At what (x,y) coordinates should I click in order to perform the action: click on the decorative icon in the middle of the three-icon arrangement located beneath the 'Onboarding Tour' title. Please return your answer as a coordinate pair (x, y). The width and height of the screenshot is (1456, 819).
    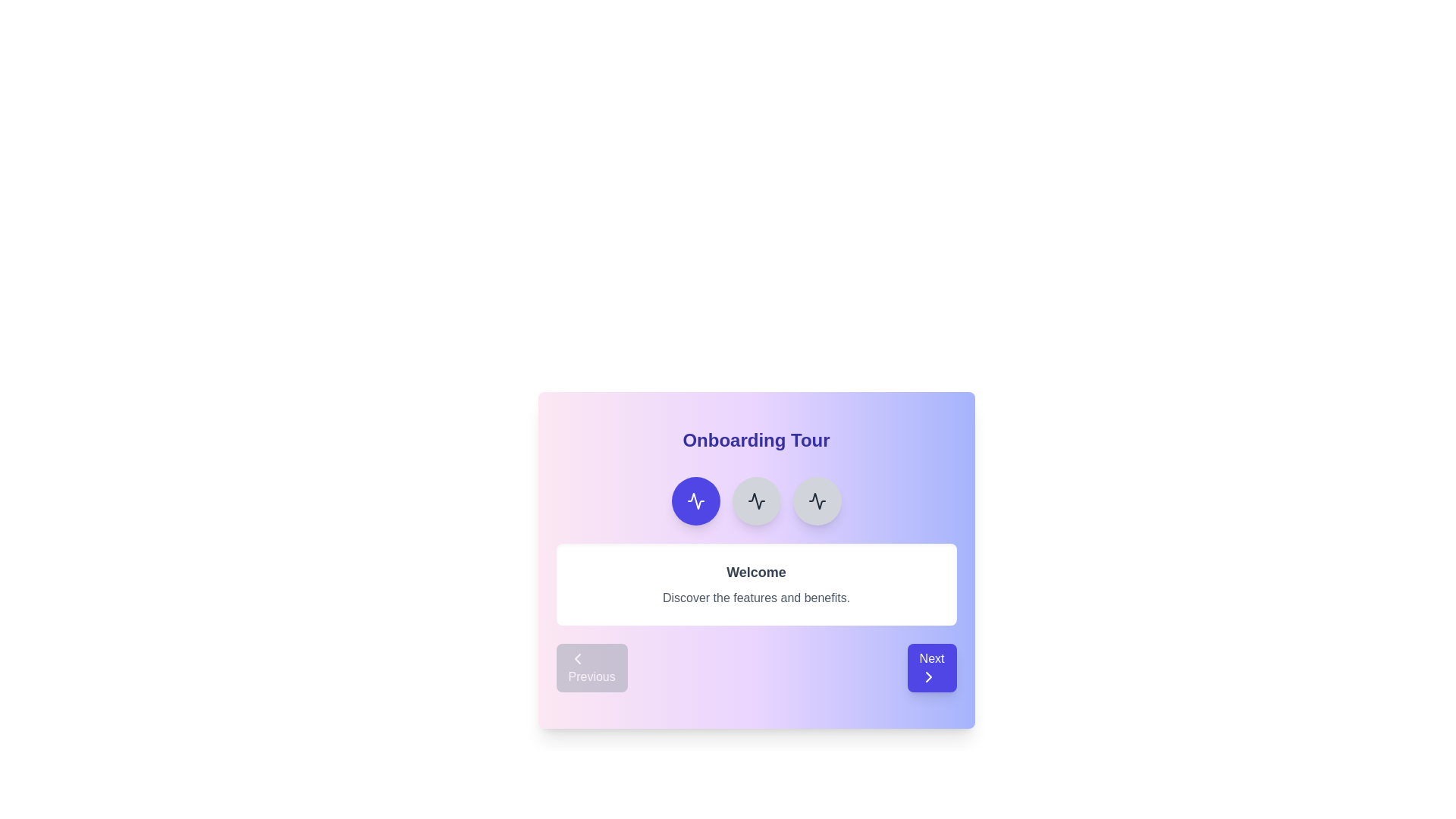
    Looking at the image, I should click on (756, 500).